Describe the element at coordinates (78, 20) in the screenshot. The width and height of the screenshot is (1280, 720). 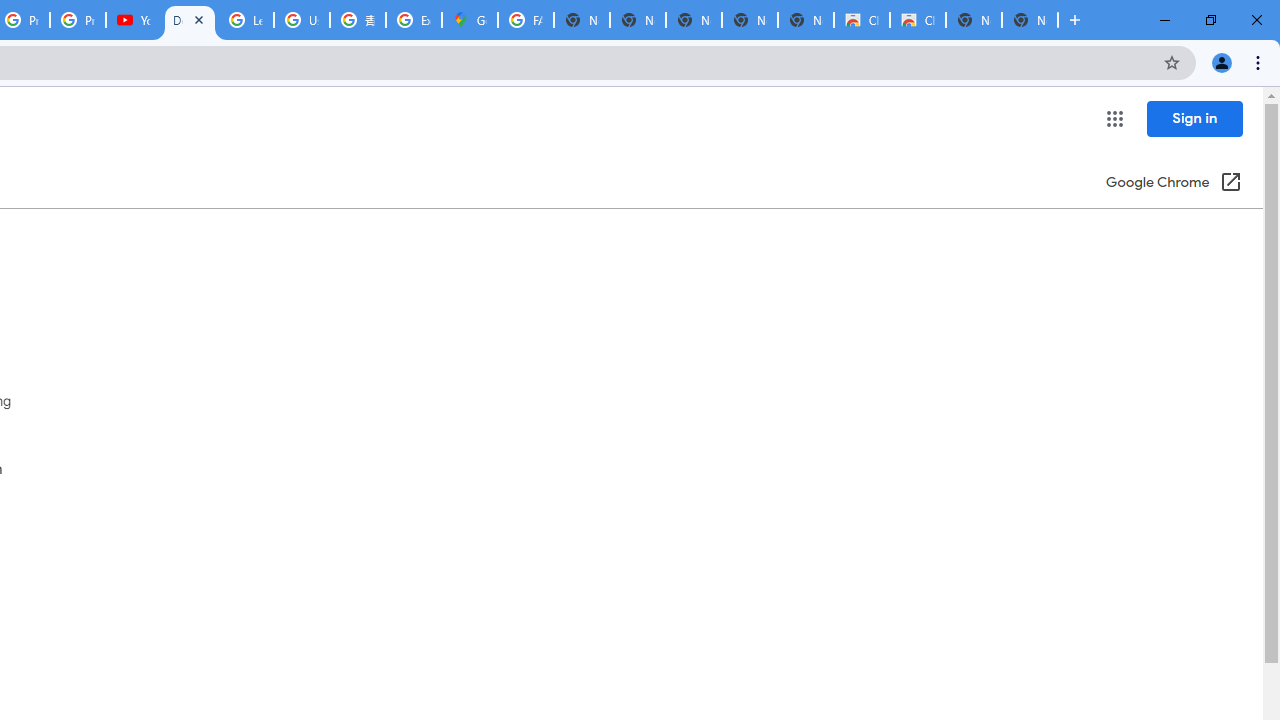
I see `'Privacy Checkup'` at that location.